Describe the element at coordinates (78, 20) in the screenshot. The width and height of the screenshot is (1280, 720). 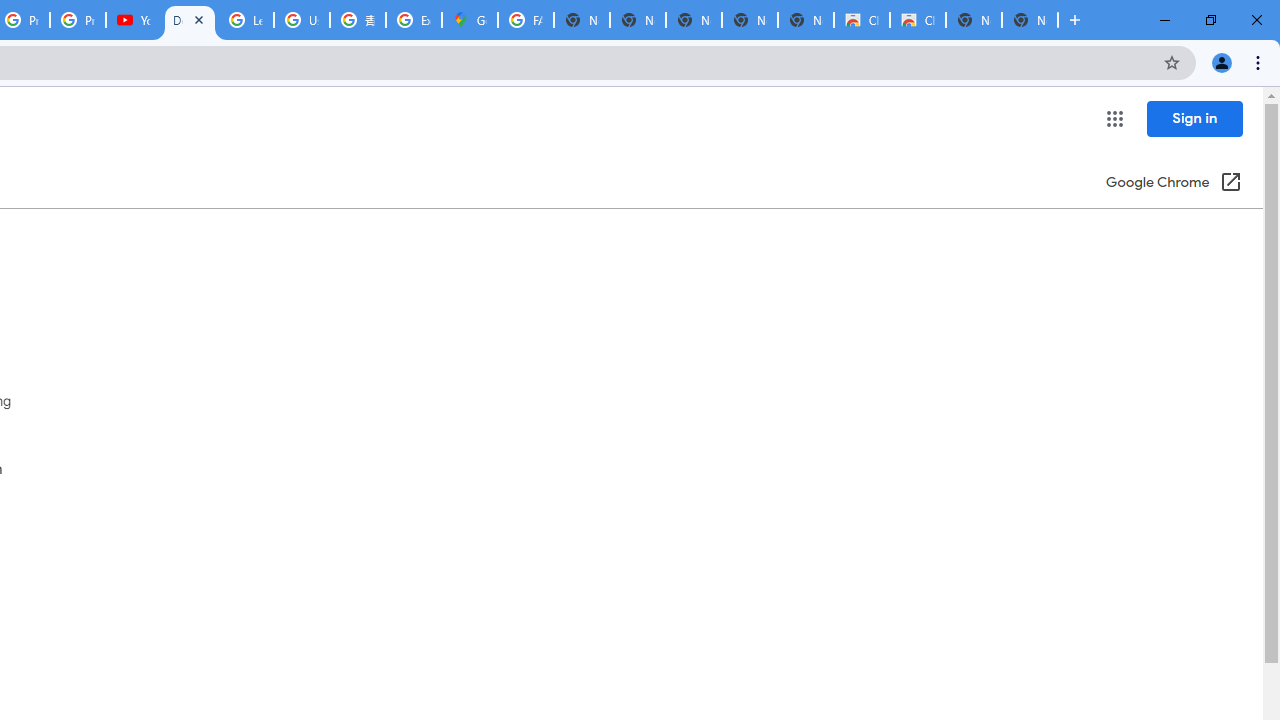
I see `'Privacy Checkup'` at that location.